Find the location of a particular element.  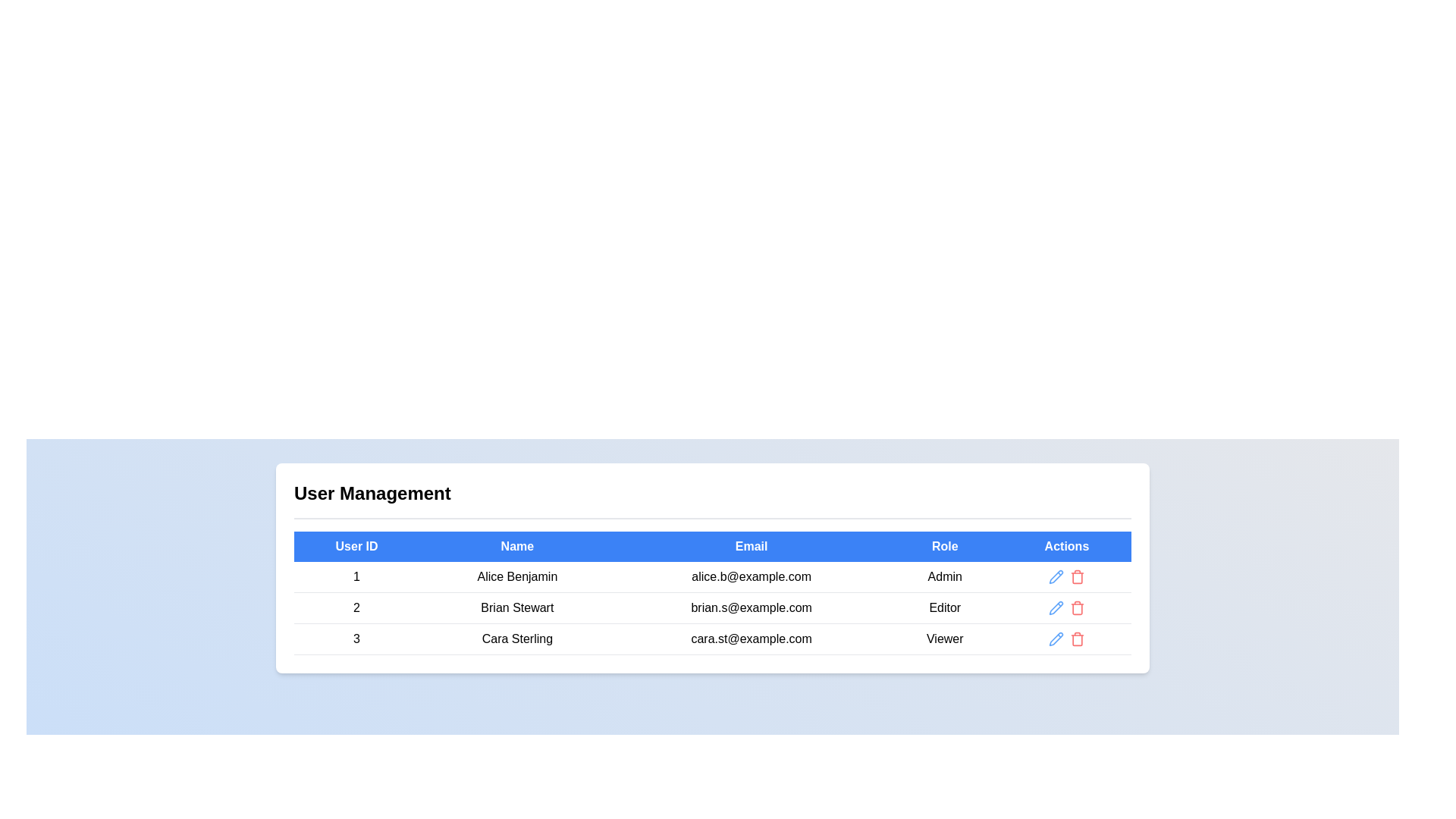

the static text label displaying the email address 'alice.b@example.com' located in the 'User Management' table, which is in the third column of the first row is located at coordinates (752, 577).